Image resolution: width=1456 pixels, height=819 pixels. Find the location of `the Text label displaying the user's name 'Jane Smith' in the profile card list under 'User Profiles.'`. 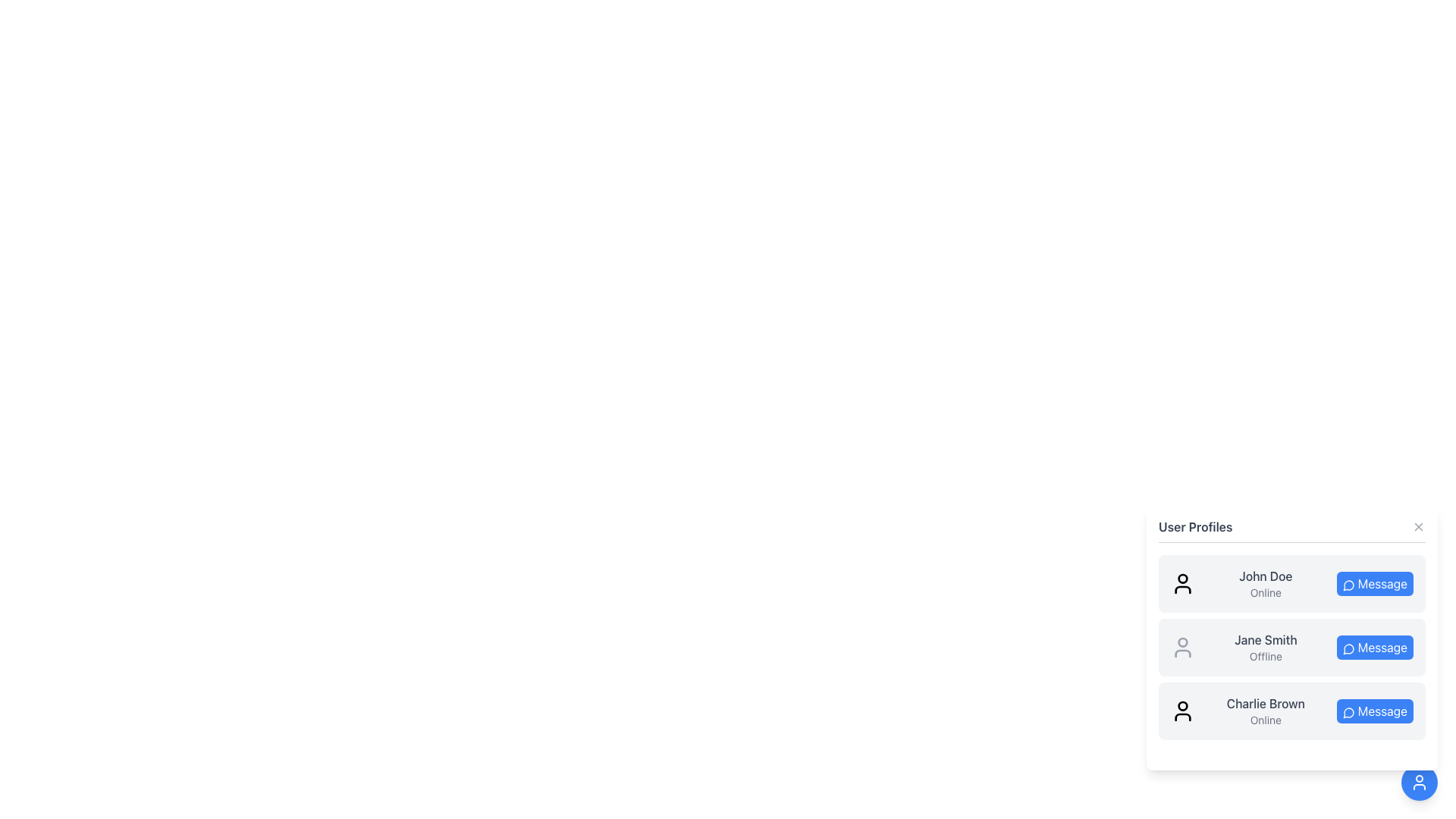

the Text label displaying the user's name 'Jane Smith' in the profile card list under 'User Profiles.' is located at coordinates (1266, 640).